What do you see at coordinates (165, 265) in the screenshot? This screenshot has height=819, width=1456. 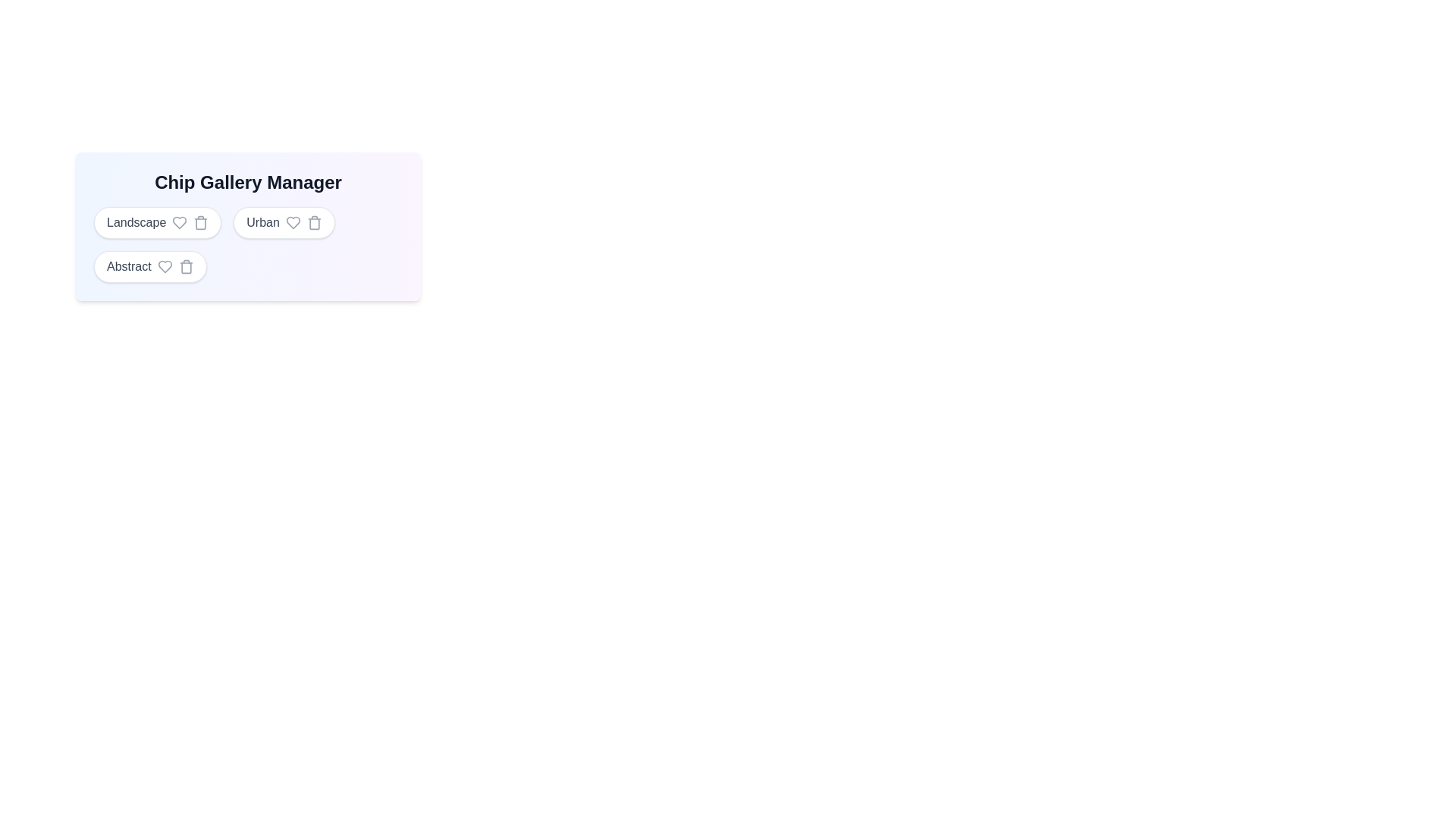 I see `the heart icon of the chip labeled Abstract to toggle its liked state` at bounding box center [165, 265].